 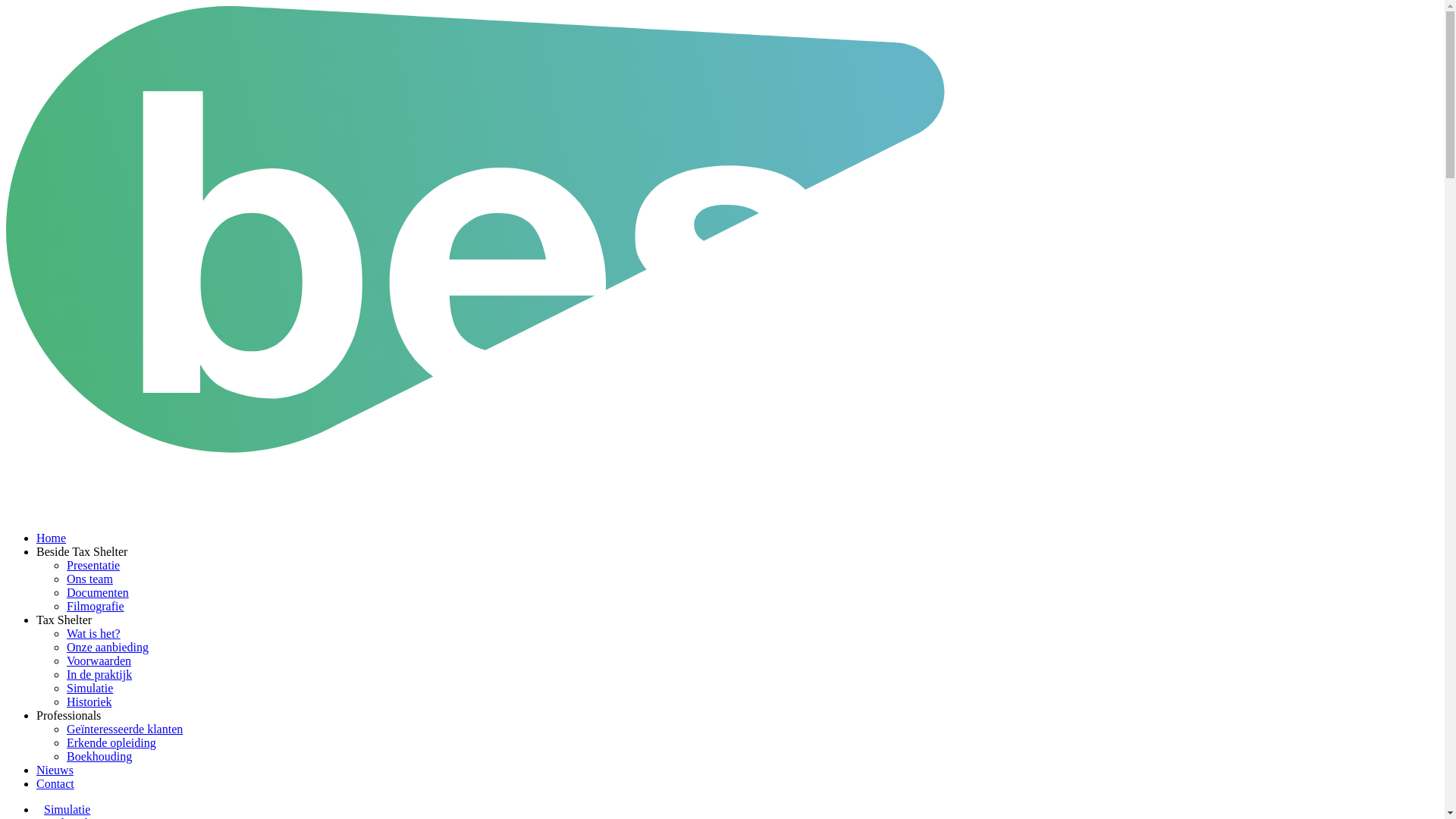 I want to click on 'Boekhouding', so click(x=98, y=756).